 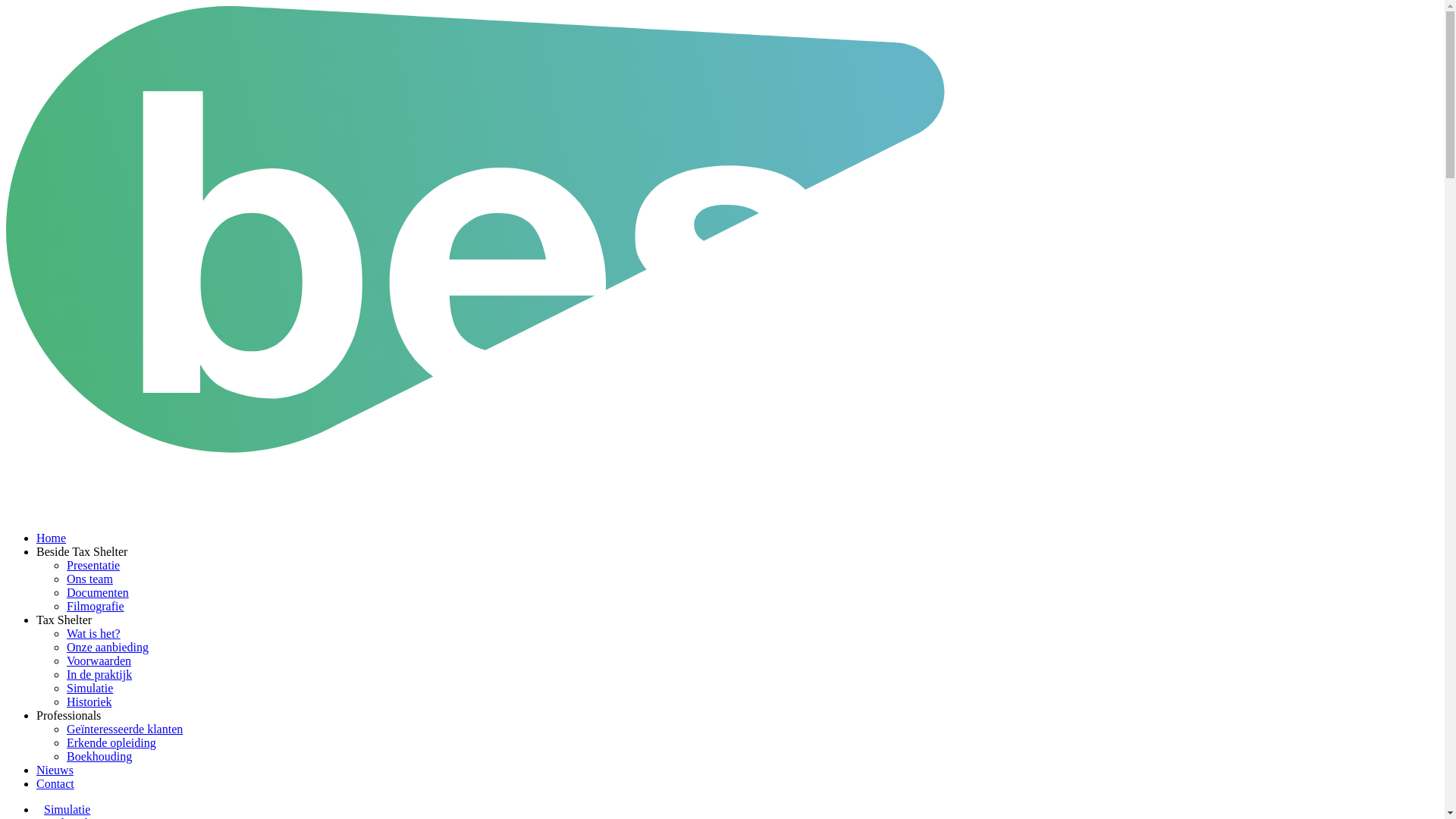 I want to click on 'Boekhouding', so click(x=98, y=756).